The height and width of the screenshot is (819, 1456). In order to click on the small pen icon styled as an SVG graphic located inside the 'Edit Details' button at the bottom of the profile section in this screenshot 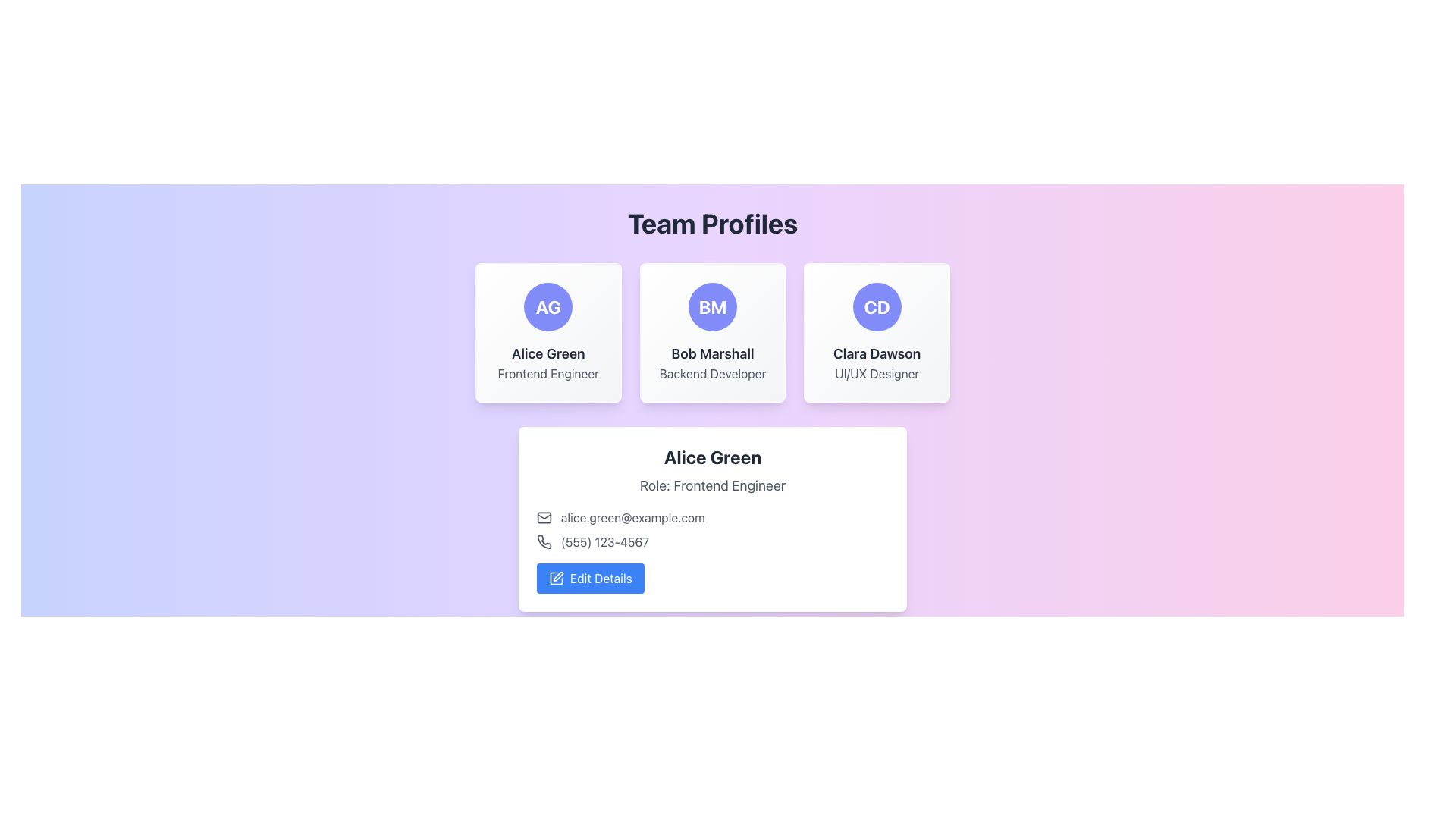, I will do `click(557, 576)`.